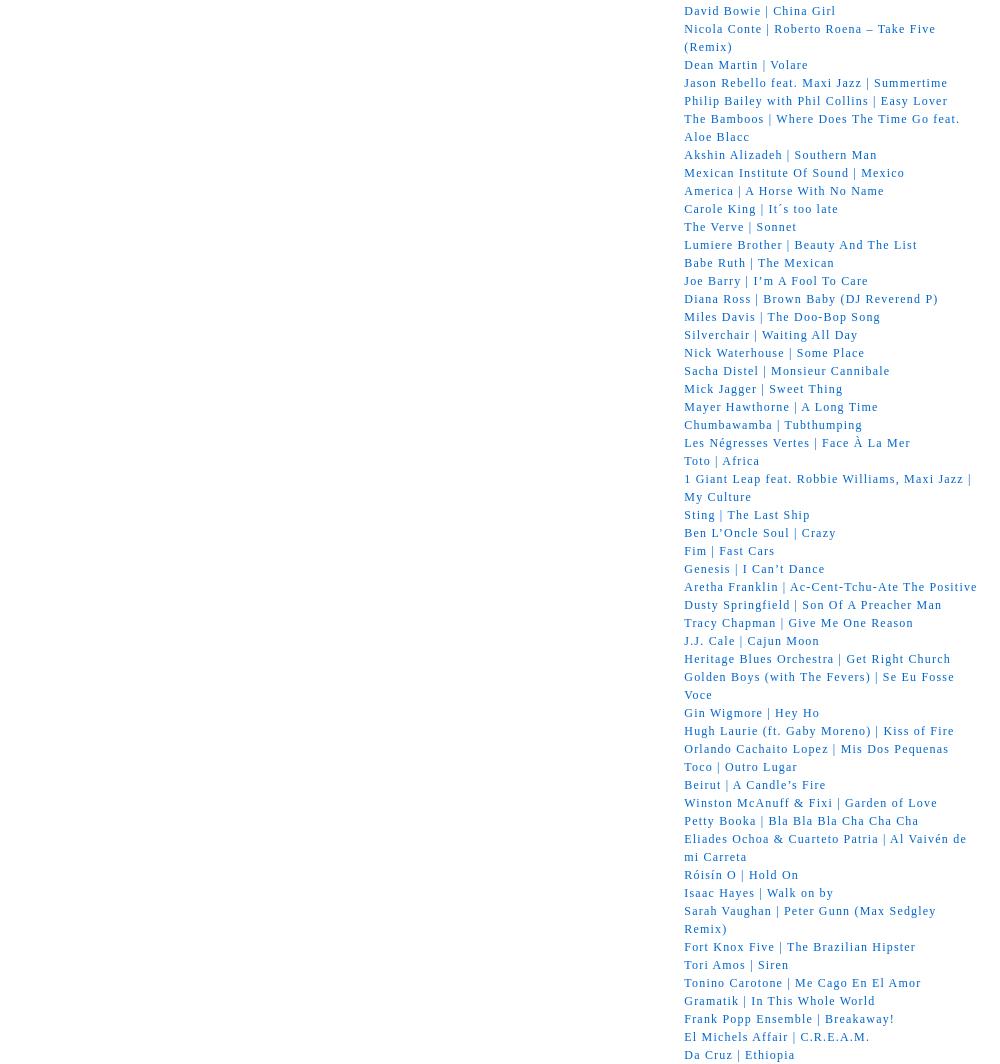  What do you see at coordinates (794, 172) in the screenshot?
I see `'Mexican Institute Of Sound | Mexico'` at bounding box center [794, 172].